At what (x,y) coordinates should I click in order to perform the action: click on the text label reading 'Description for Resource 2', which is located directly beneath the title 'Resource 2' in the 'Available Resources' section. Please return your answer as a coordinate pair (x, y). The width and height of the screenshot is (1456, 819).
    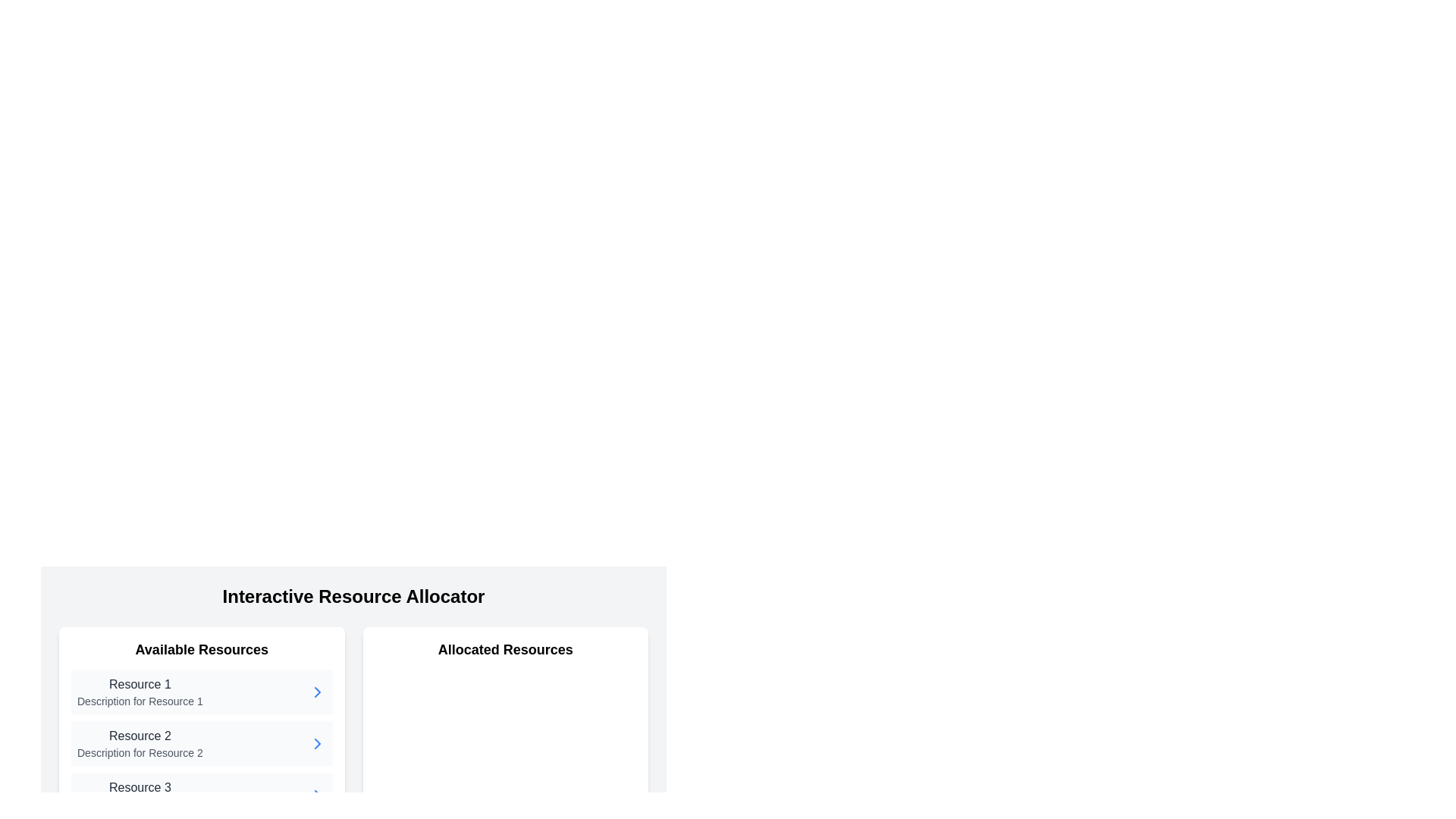
    Looking at the image, I should click on (140, 752).